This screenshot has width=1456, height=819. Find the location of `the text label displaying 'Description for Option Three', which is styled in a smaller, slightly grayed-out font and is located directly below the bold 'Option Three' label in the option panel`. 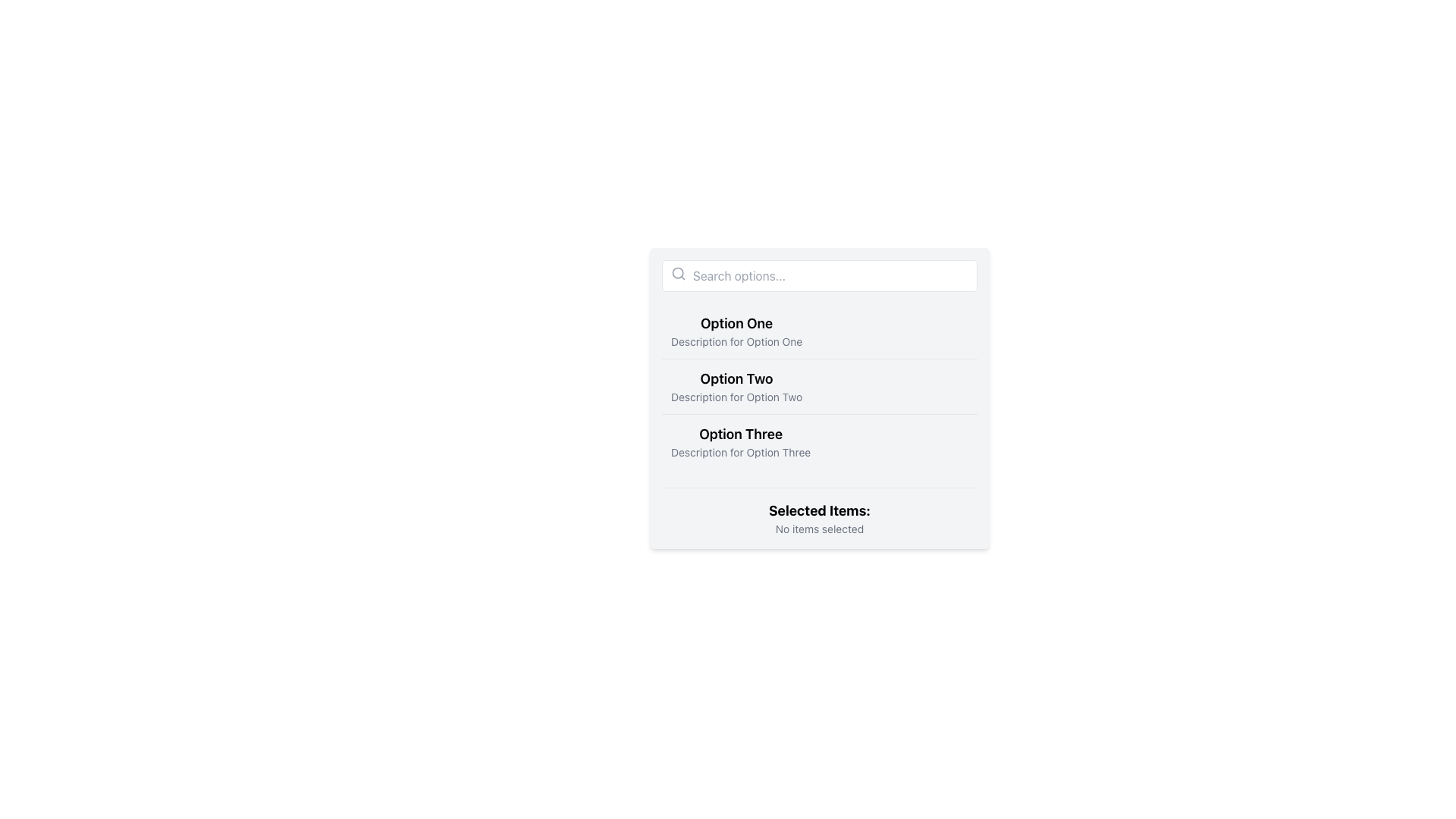

the text label displaying 'Description for Option Three', which is styled in a smaller, slightly grayed-out font and is located directly below the bold 'Option Three' label in the option panel is located at coordinates (741, 452).